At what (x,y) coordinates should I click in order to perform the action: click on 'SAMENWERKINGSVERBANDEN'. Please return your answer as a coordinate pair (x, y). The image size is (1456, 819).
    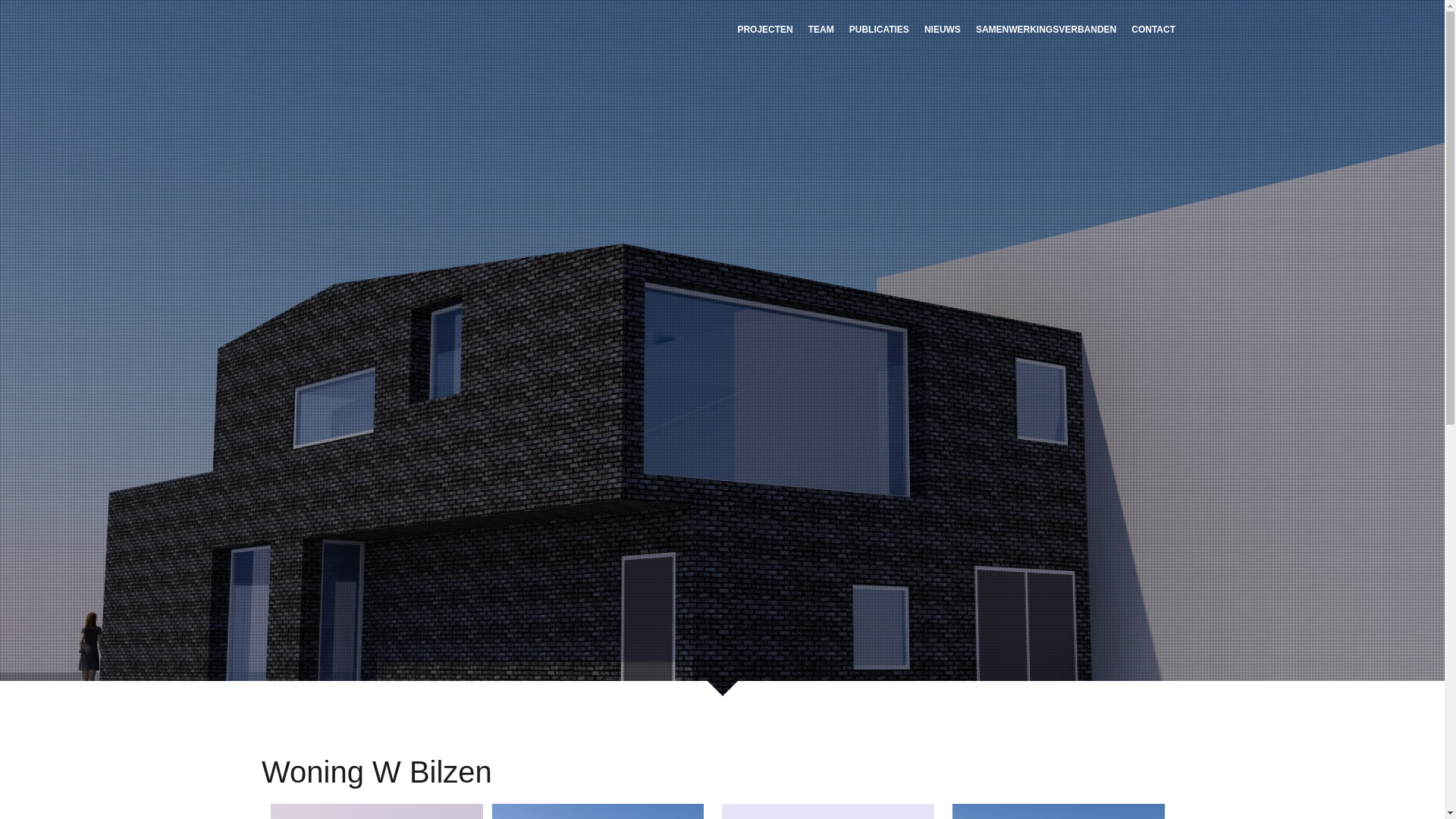
    Looking at the image, I should click on (1045, 28).